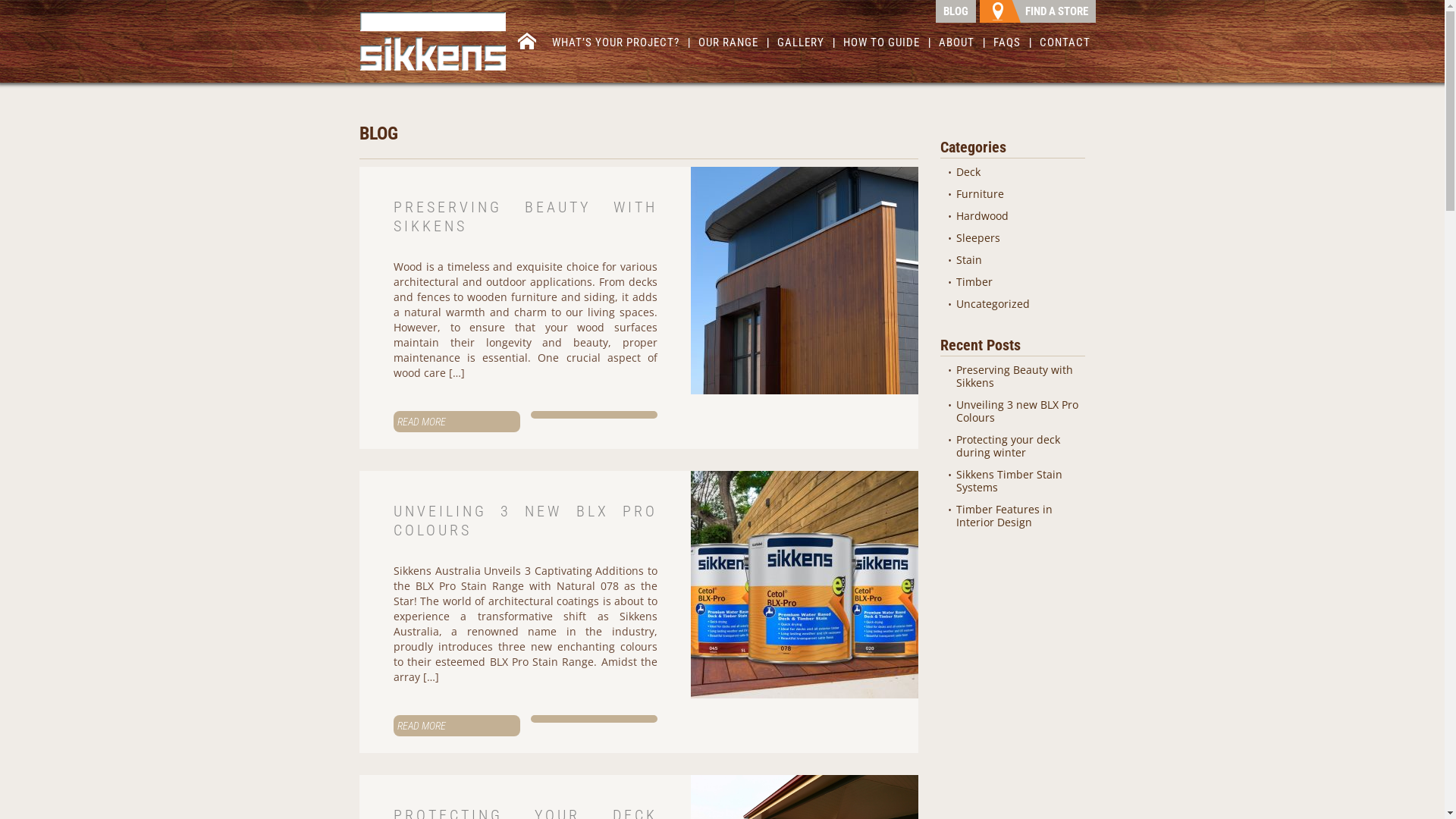  Describe the element at coordinates (982, 215) in the screenshot. I see `'Hardwood'` at that location.